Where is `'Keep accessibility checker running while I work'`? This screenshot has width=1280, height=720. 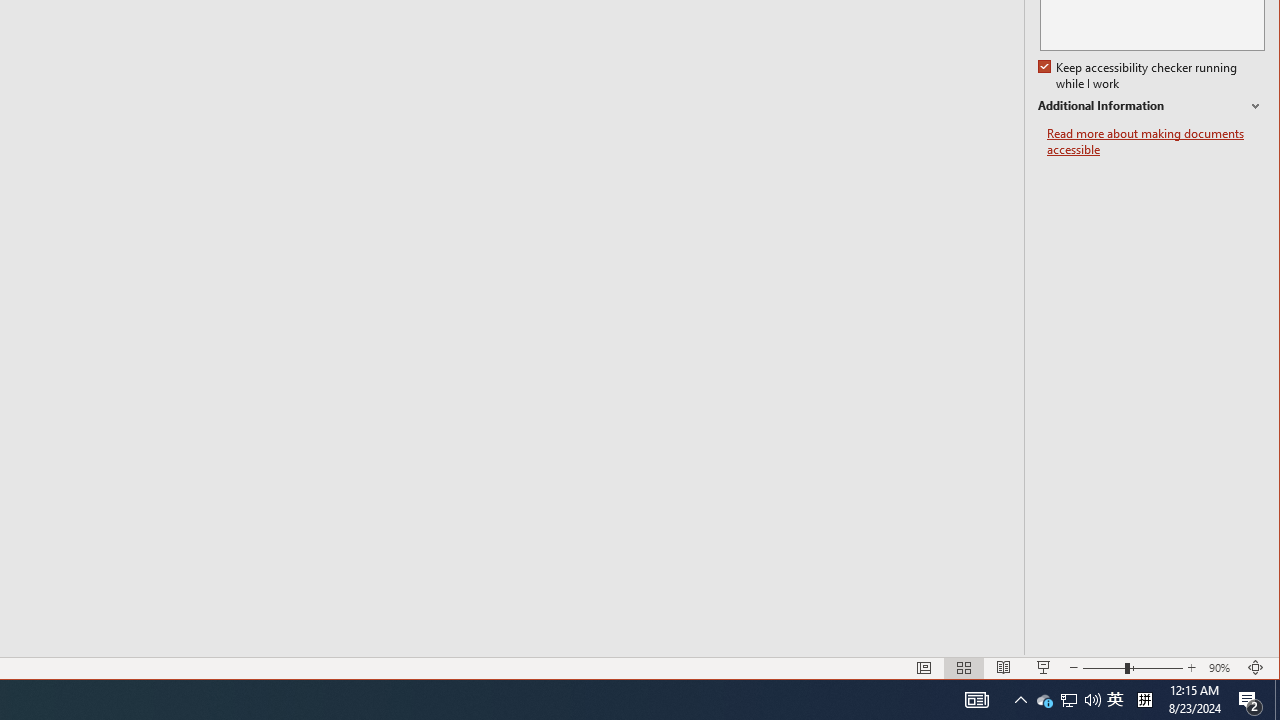
'Keep accessibility checker running while I work' is located at coordinates (1139, 75).